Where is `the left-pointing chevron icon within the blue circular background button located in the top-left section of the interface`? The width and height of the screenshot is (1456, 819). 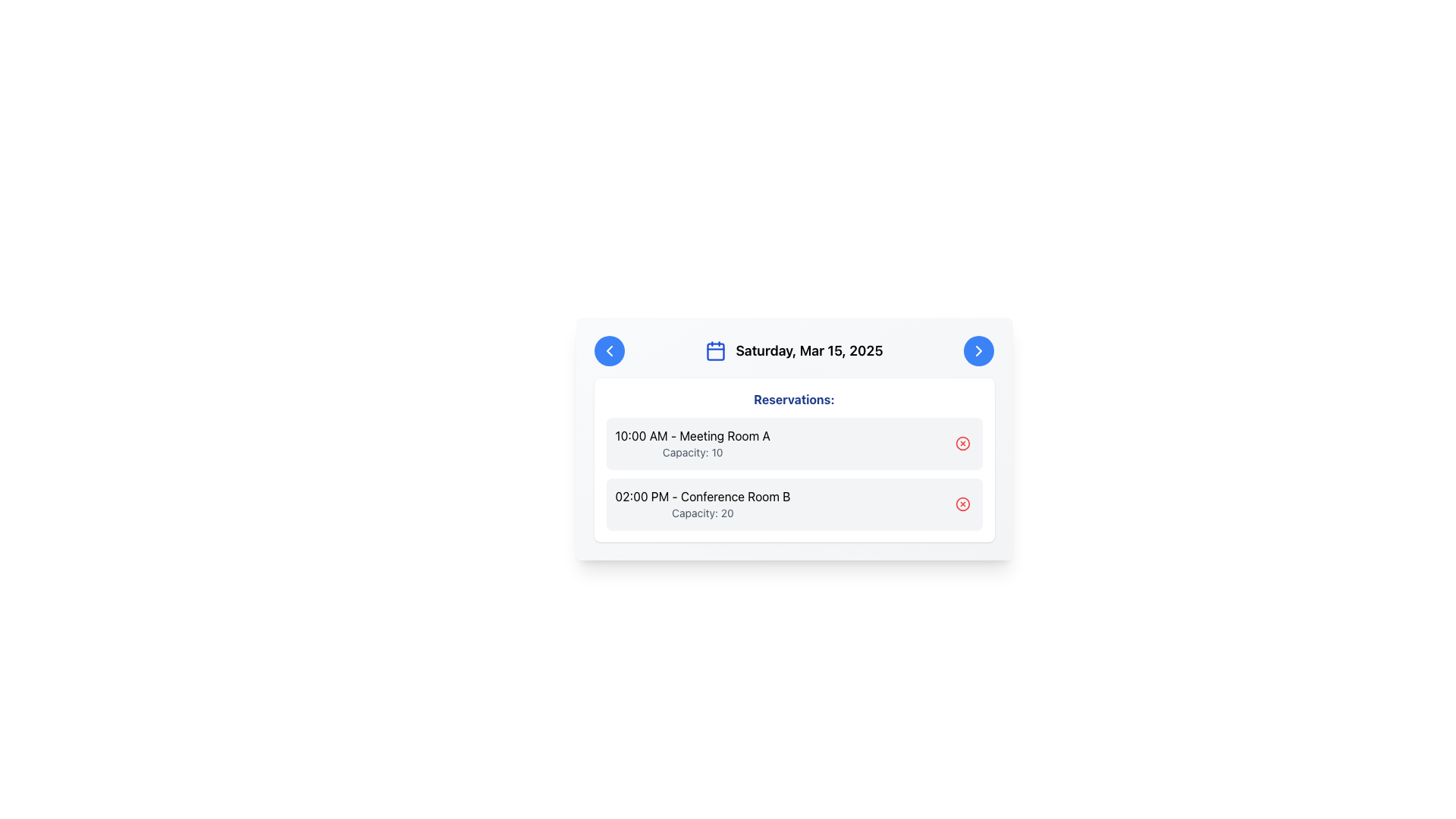
the left-pointing chevron icon within the blue circular background button located in the top-left section of the interface is located at coordinates (609, 350).